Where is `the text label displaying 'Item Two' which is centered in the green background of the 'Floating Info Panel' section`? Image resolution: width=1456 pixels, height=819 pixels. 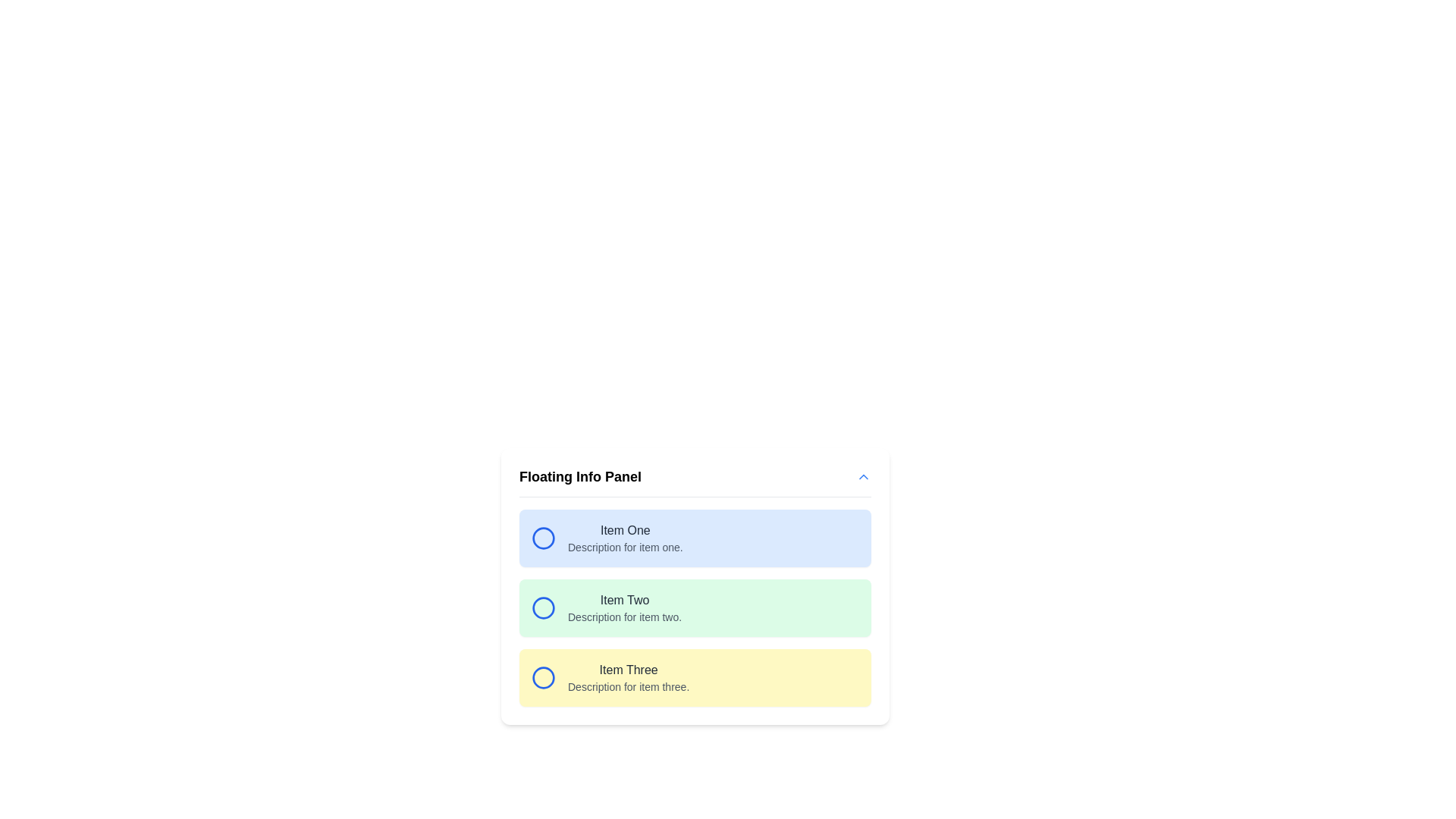
the text label displaying 'Item Two' which is centered in the green background of the 'Floating Info Panel' section is located at coordinates (625, 599).